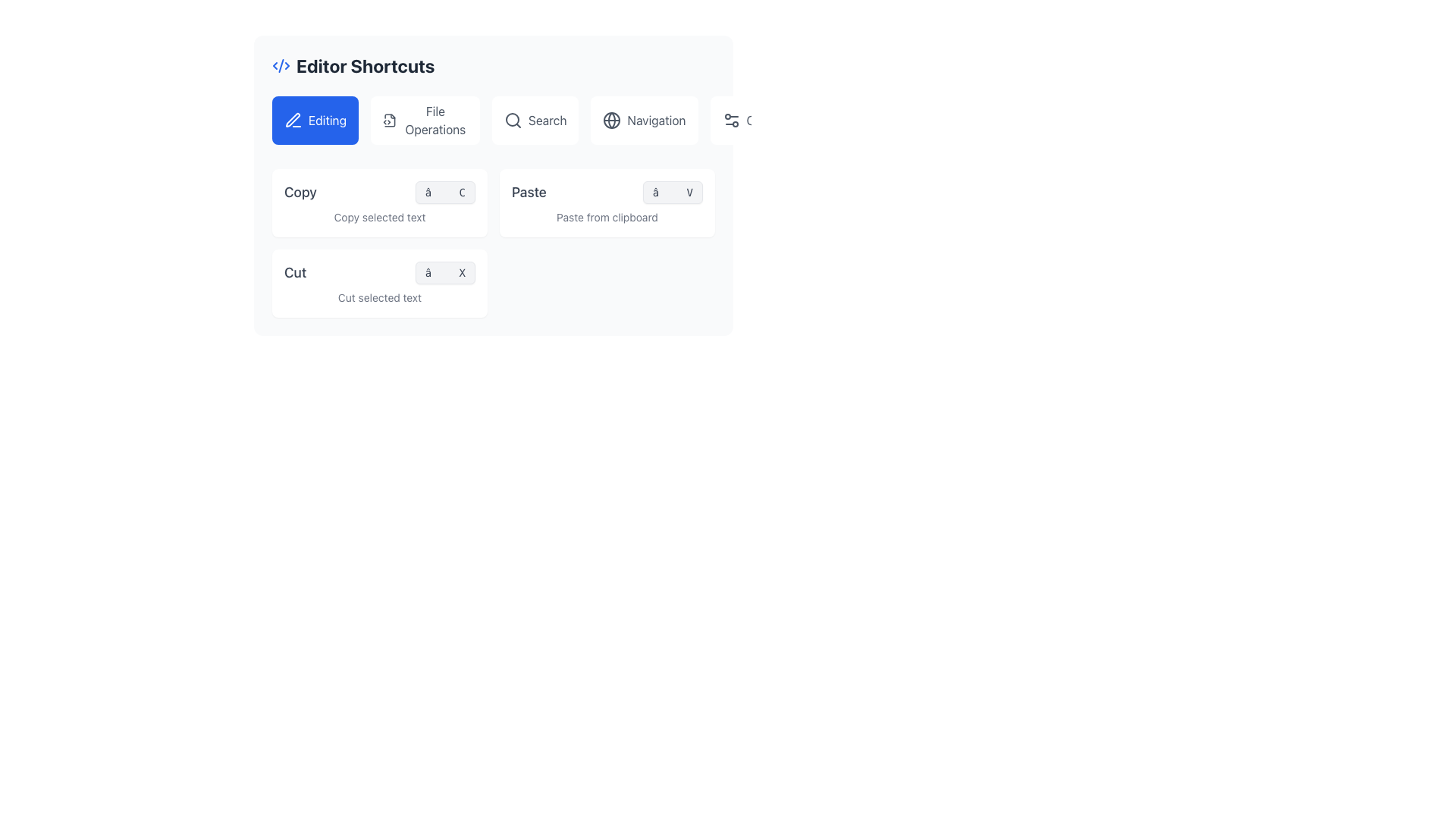  I want to click on the second button under the 'Editor Shortcuts' heading, so click(425, 119).